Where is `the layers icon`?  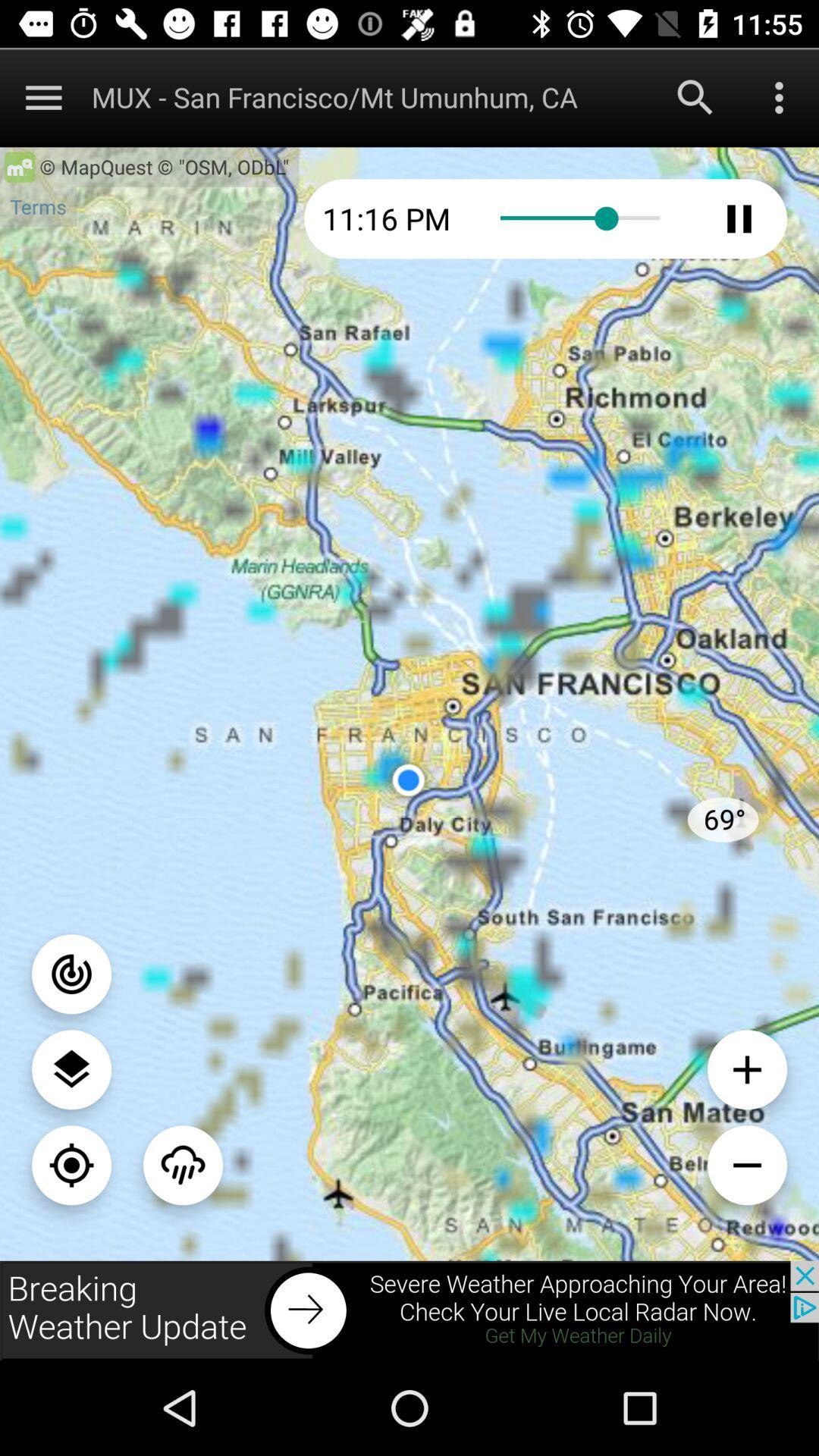 the layers icon is located at coordinates (71, 1068).